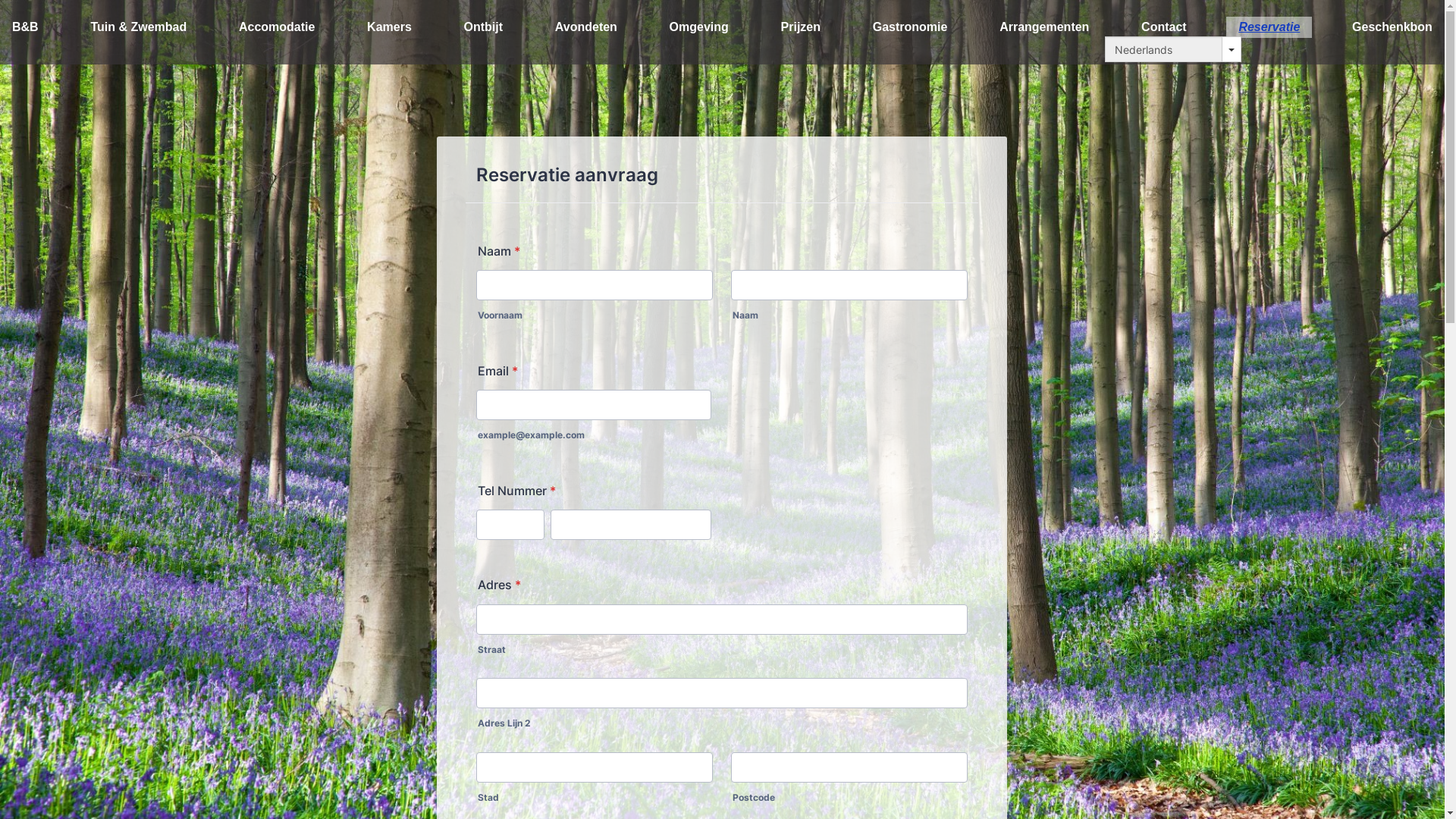  I want to click on 'Geschenkbon', so click(1392, 27).